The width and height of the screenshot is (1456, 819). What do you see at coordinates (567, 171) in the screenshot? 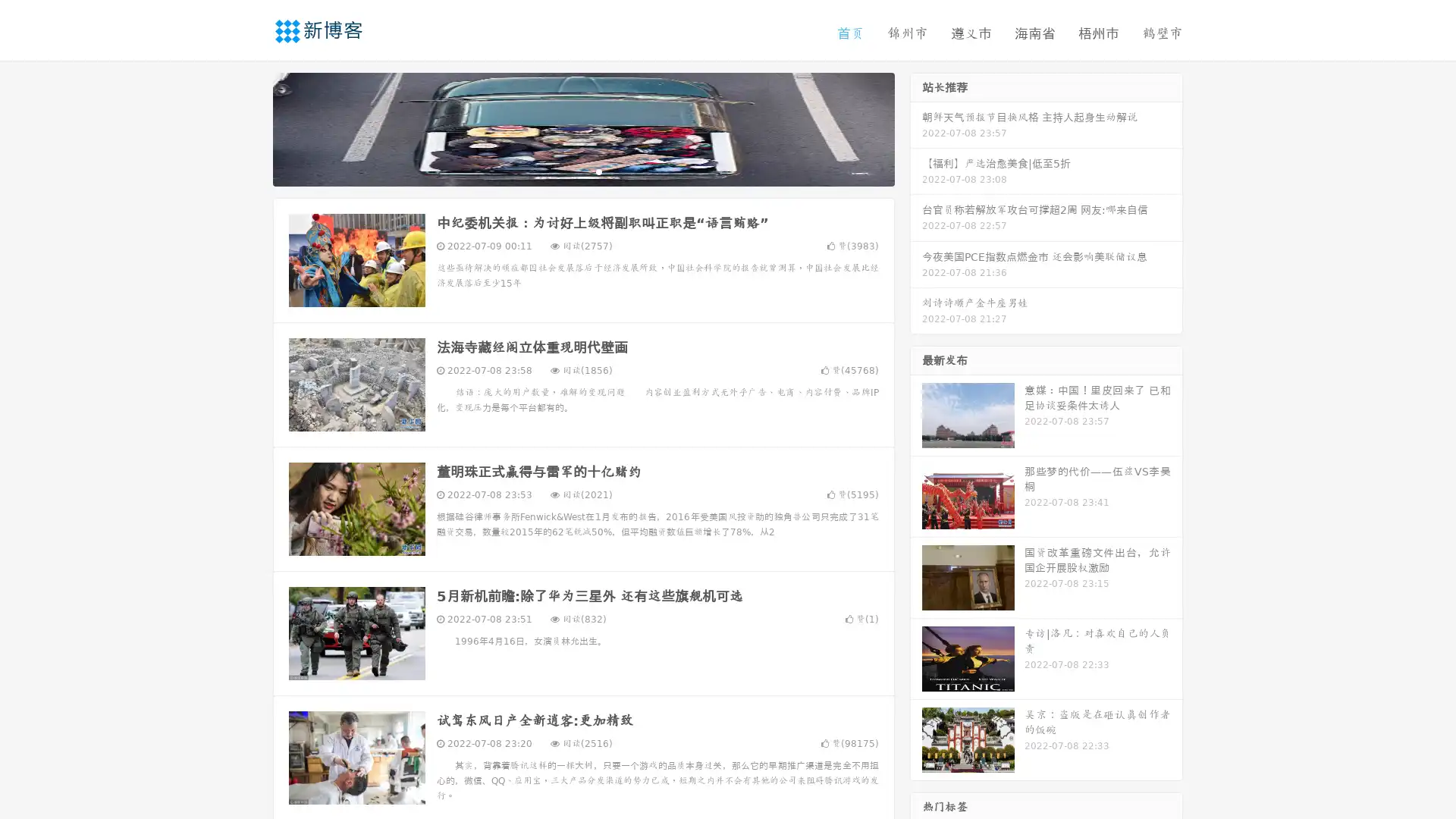
I see `Go to slide 1` at bounding box center [567, 171].